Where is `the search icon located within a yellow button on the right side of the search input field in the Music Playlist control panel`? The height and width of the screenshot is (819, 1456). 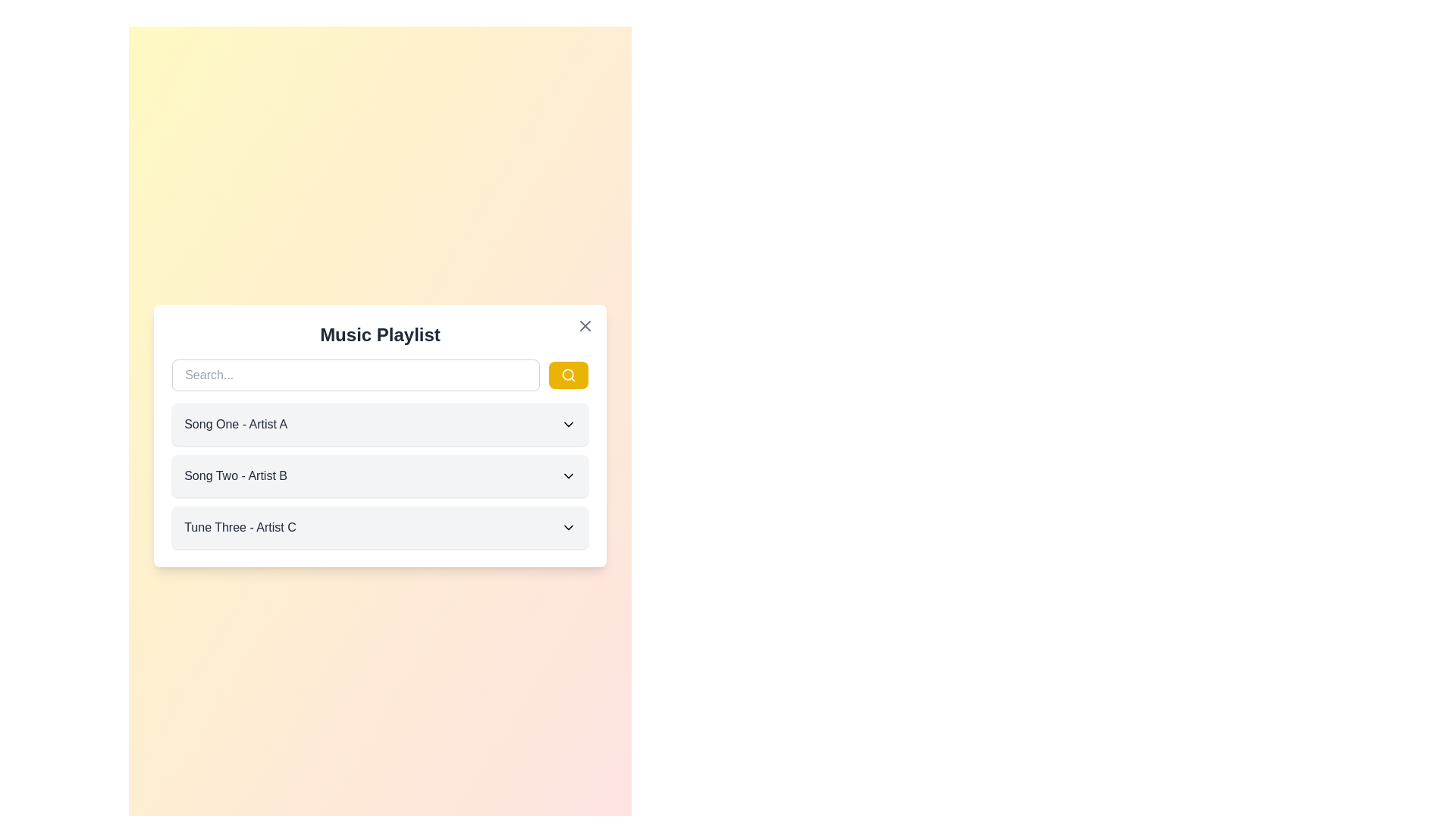
the search icon located within a yellow button on the right side of the search input field in the Music Playlist control panel is located at coordinates (567, 375).